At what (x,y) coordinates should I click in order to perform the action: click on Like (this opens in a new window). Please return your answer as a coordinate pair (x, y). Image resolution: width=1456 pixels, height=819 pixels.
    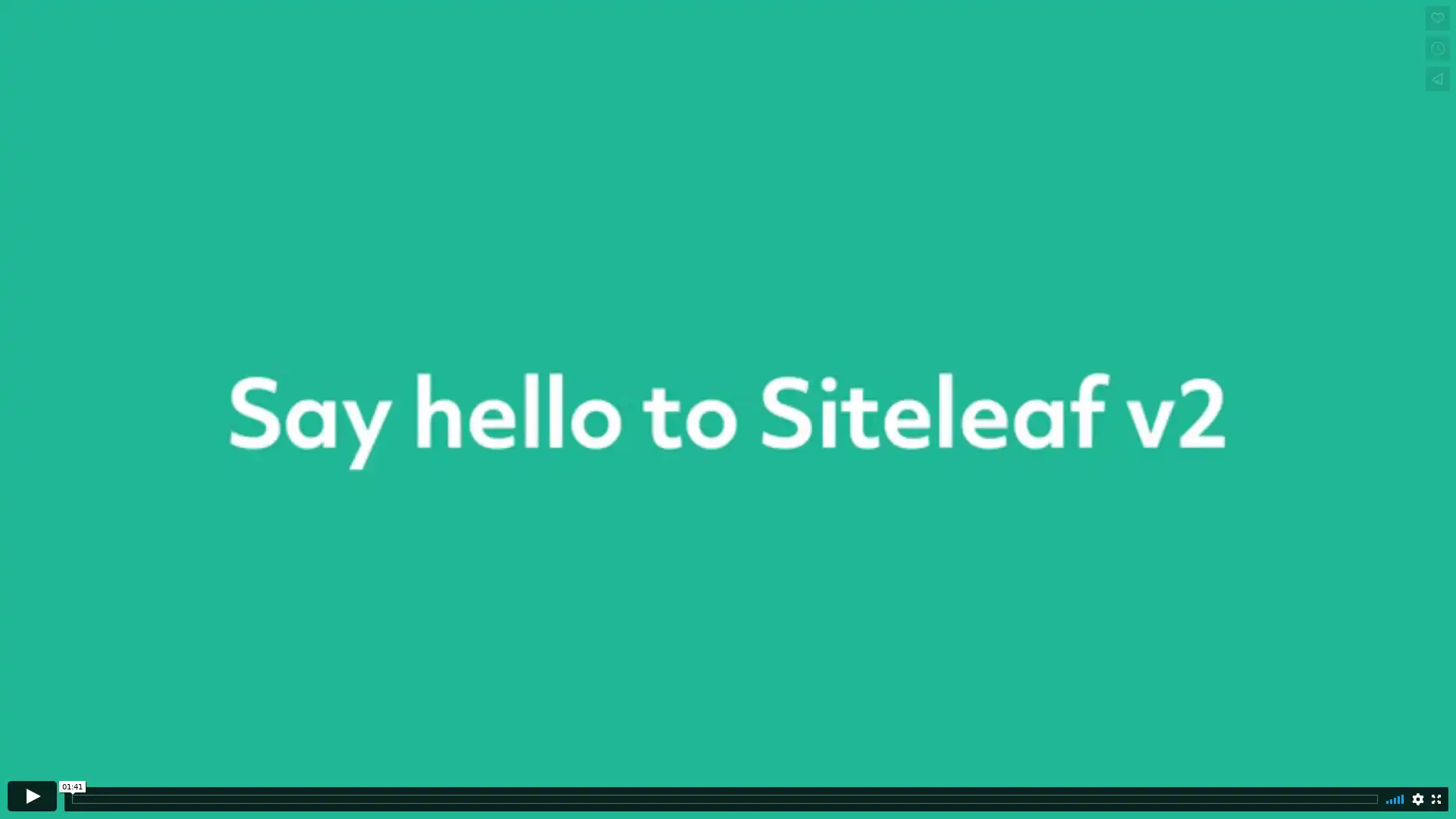
    Looking at the image, I should click on (1437, 17).